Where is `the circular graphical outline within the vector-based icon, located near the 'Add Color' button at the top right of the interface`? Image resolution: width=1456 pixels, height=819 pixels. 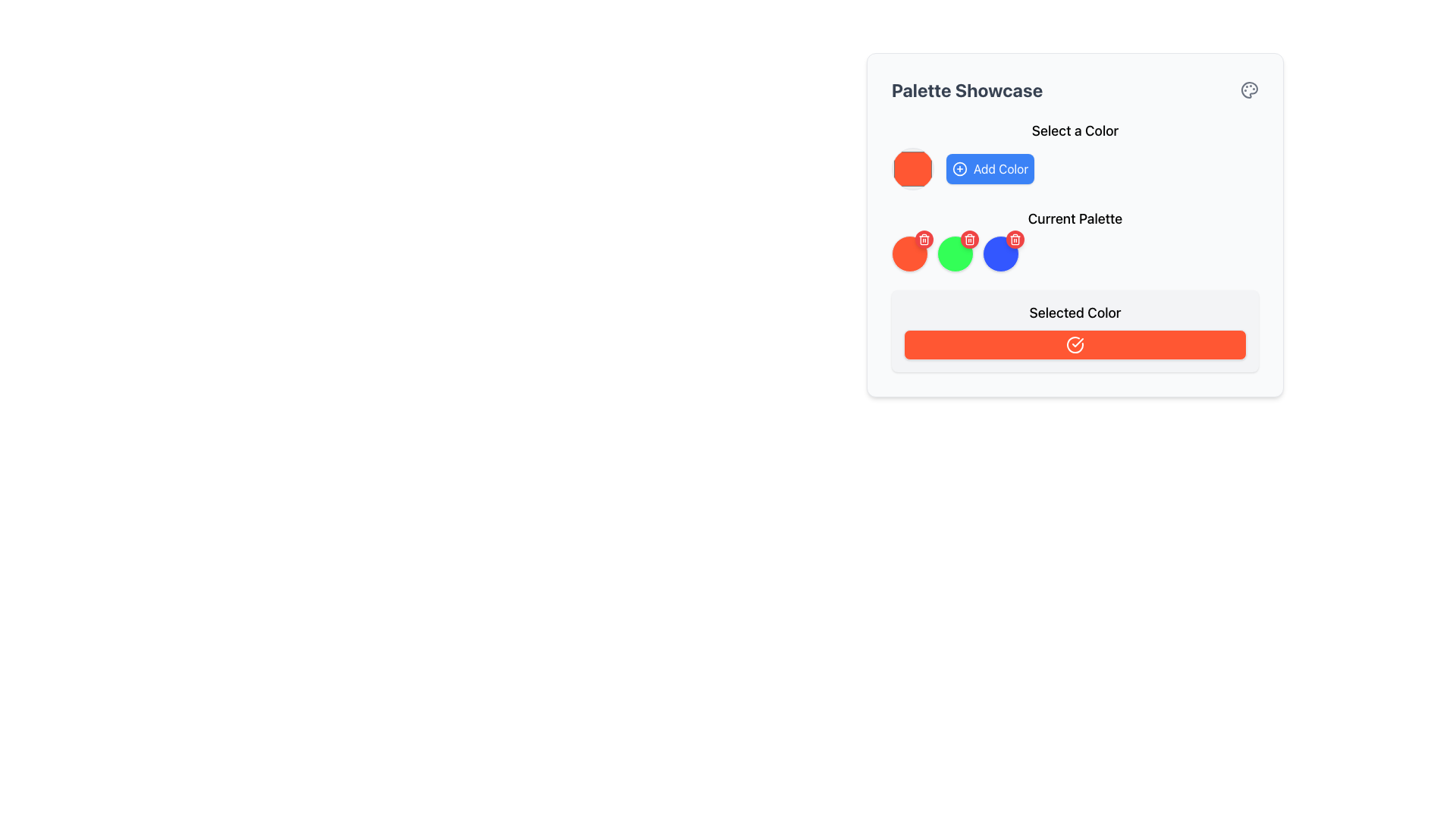
the circular graphical outline within the vector-based icon, located near the 'Add Color' button at the top right of the interface is located at coordinates (959, 169).